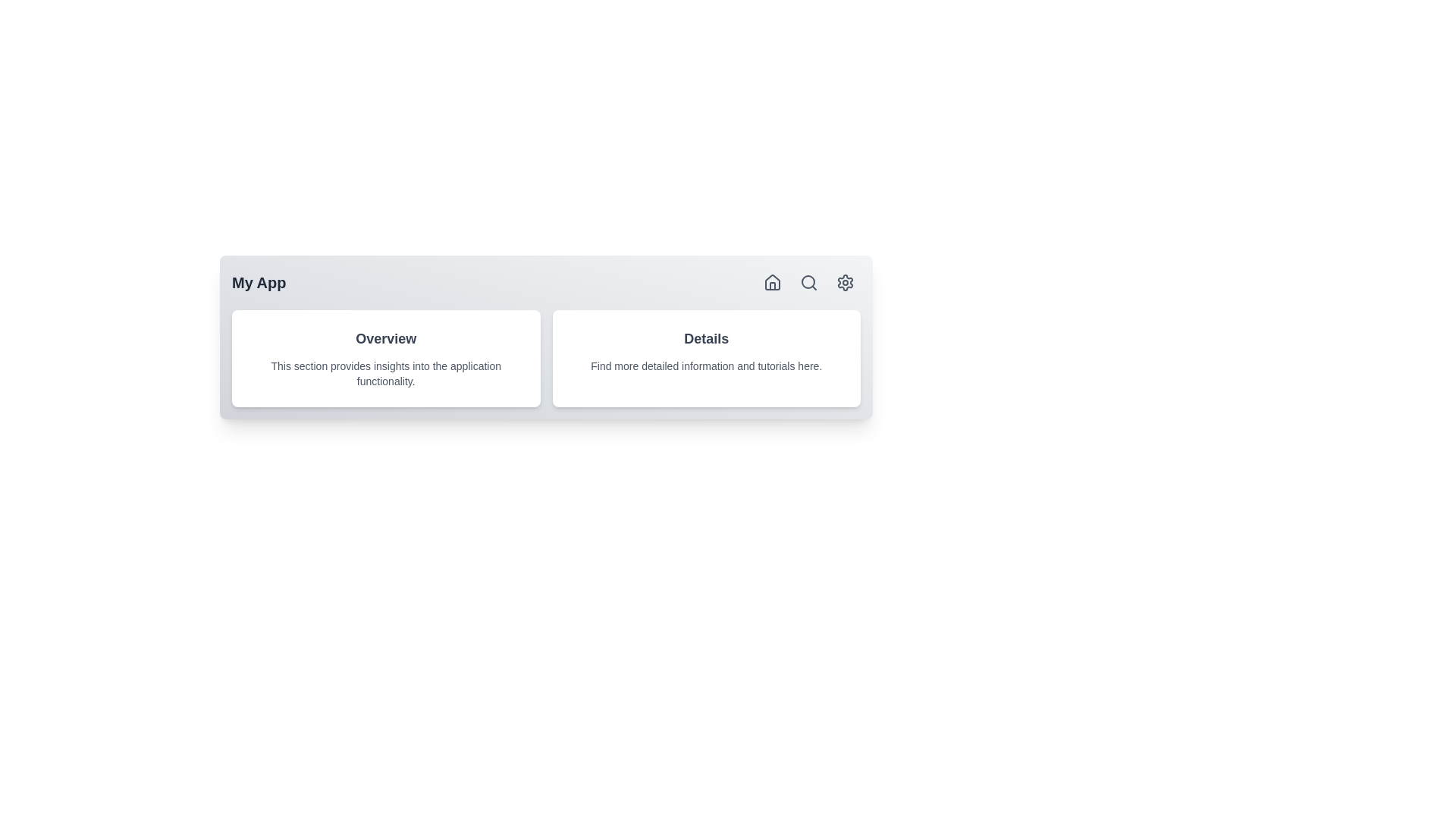 This screenshot has width=1456, height=819. Describe the element at coordinates (808, 283) in the screenshot. I see `the second icon in the lineup of three interactive icons at the top-right corner of 'My App', which is represented by a magnifying glass symbol` at that location.